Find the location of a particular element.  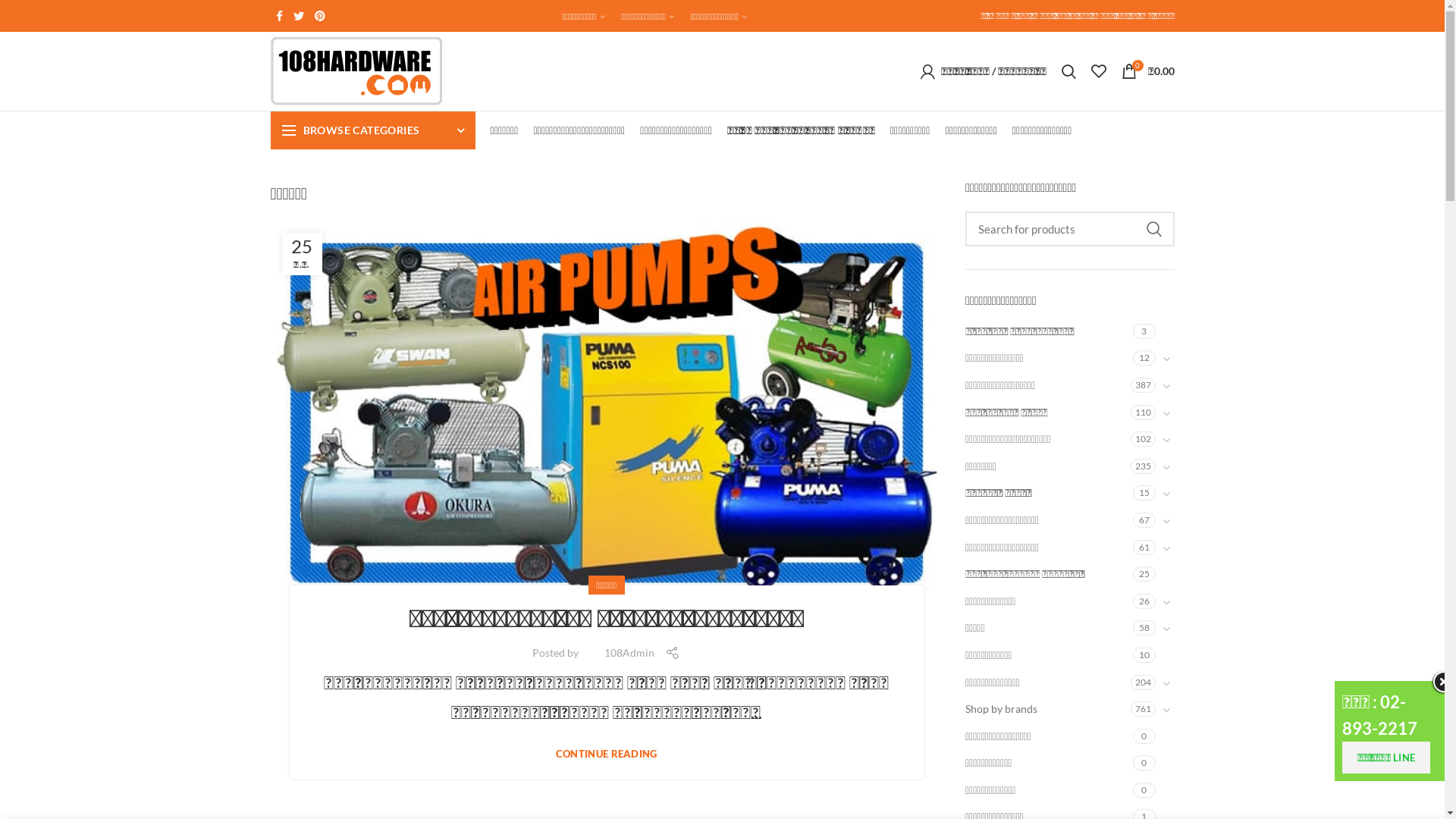

'My Wishlist' is located at coordinates (1098, 71).